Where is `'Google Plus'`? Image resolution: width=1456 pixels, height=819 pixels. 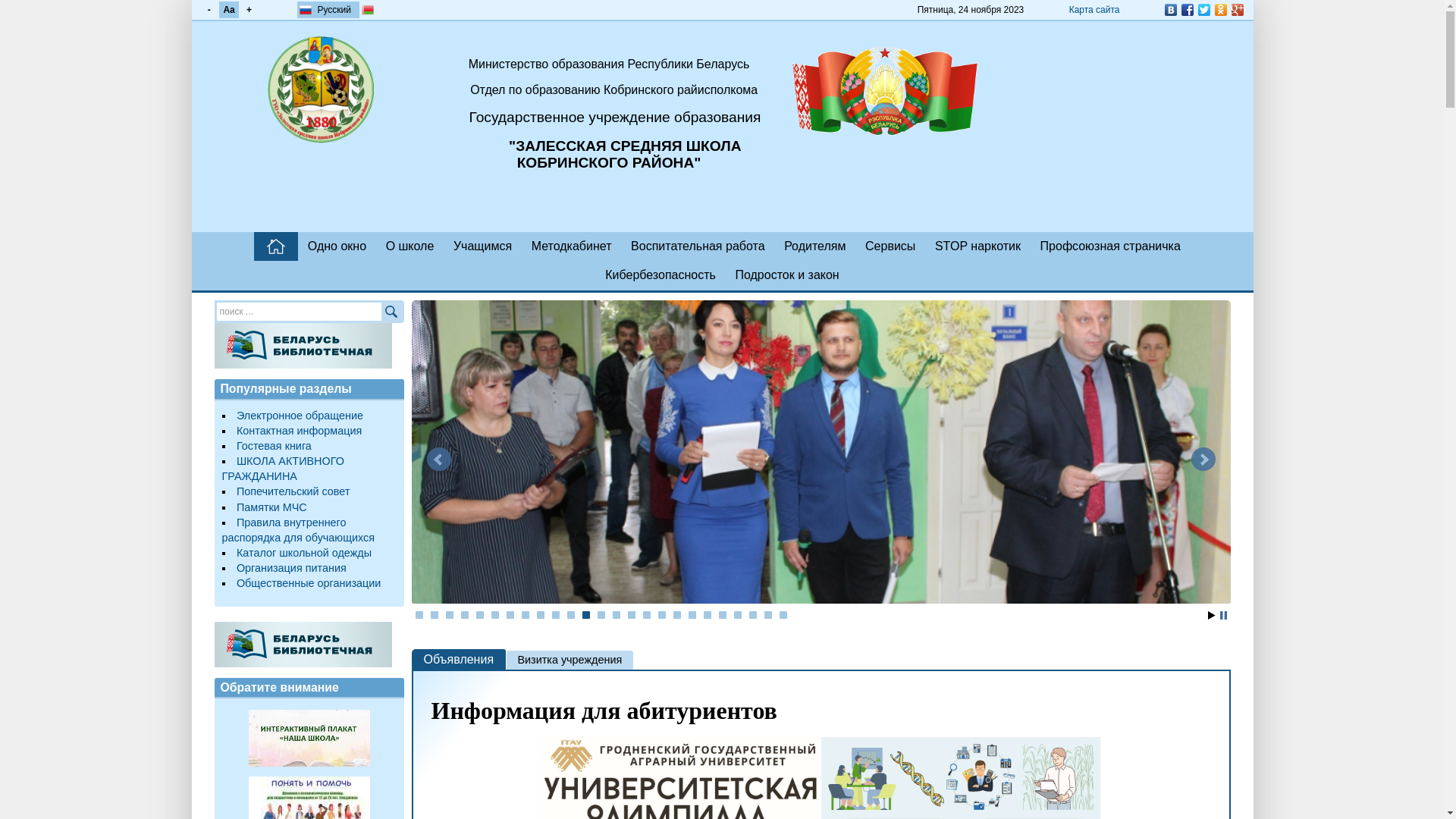
'Google Plus' is located at coordinates (1237, 9).